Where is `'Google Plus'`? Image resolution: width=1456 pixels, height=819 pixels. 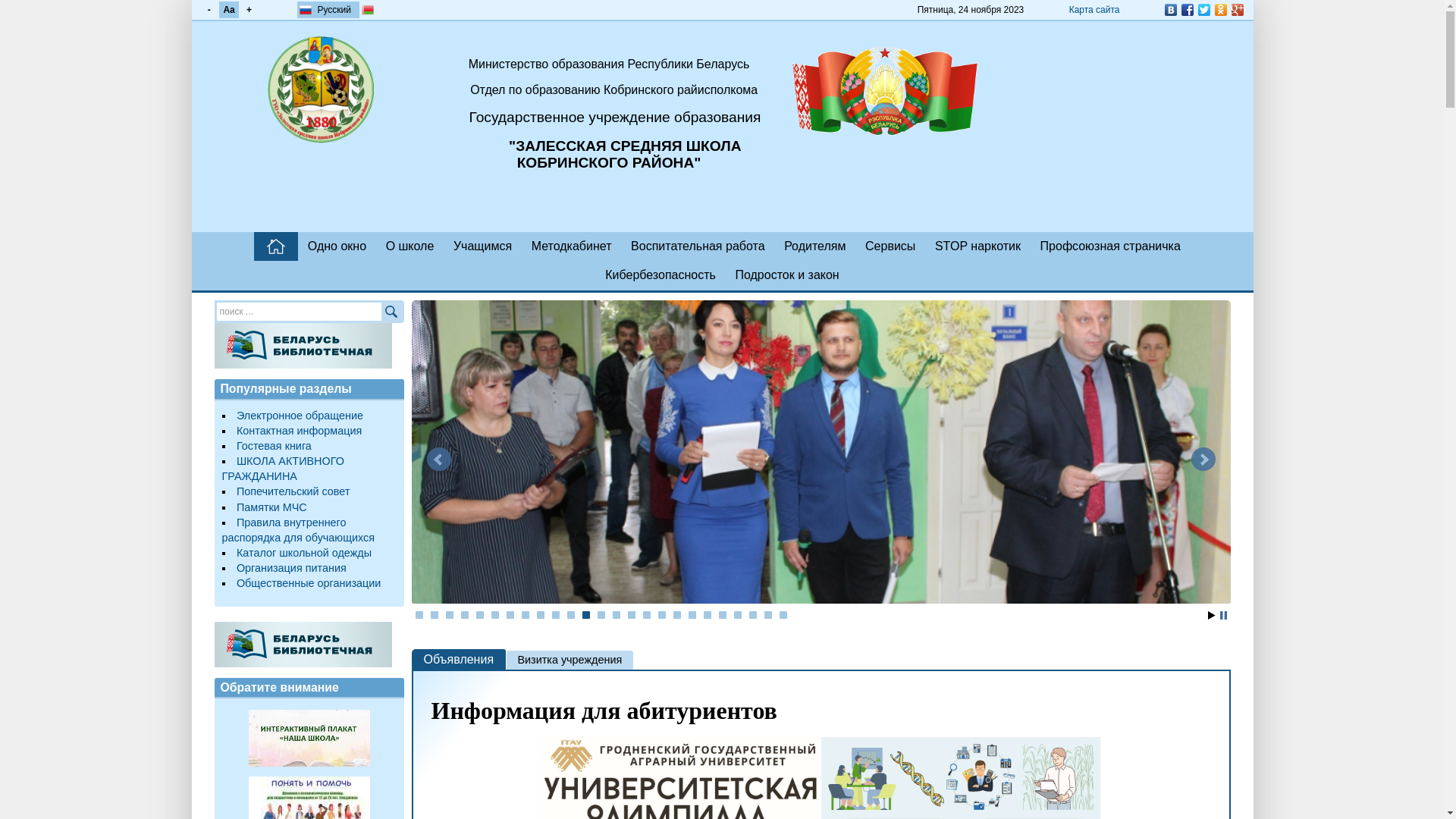
'Google Plus' is located at coordinates (1237, 9).